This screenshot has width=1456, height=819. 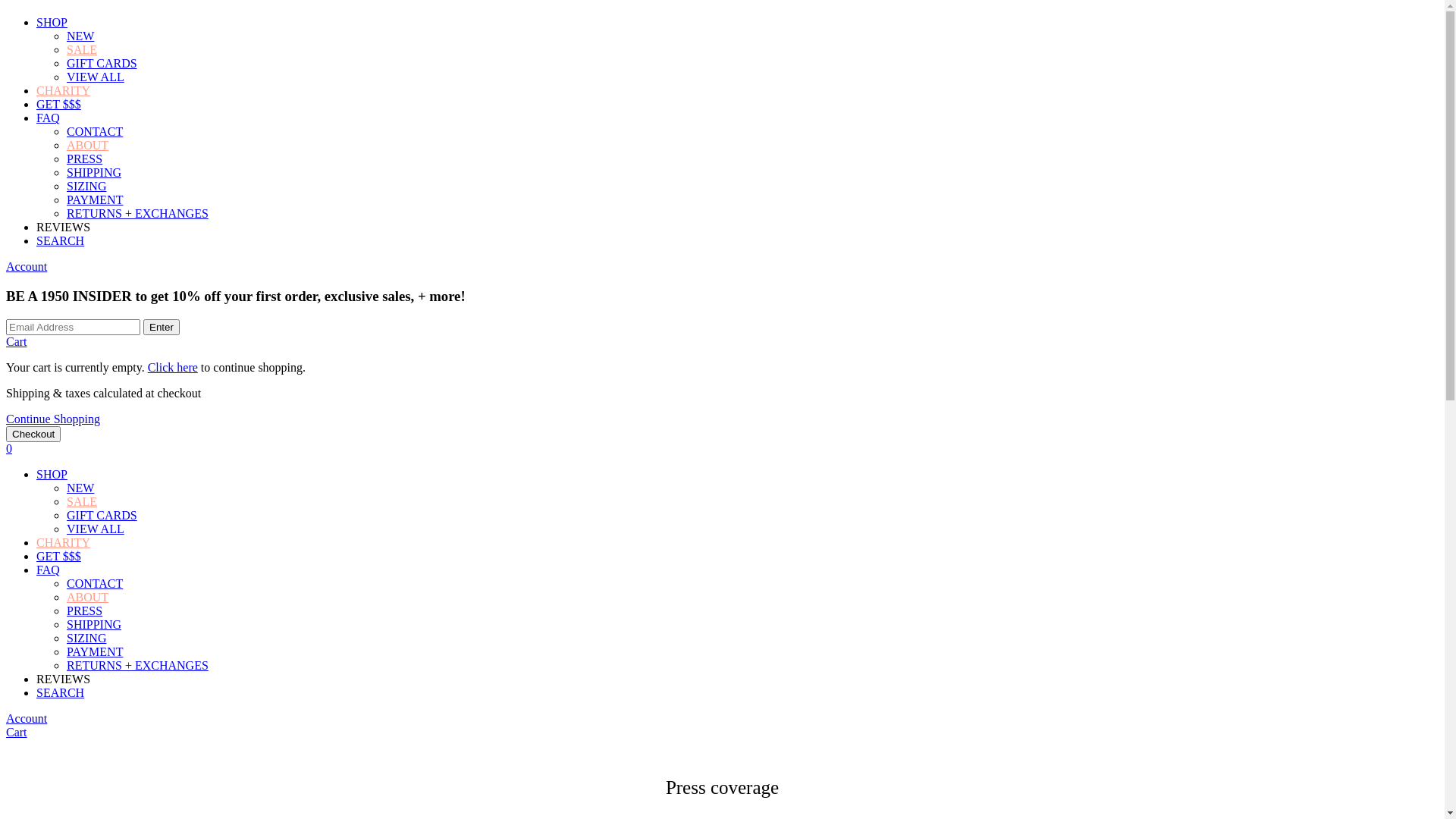 I want to click on 'Click here', so click(x=172, y=367).